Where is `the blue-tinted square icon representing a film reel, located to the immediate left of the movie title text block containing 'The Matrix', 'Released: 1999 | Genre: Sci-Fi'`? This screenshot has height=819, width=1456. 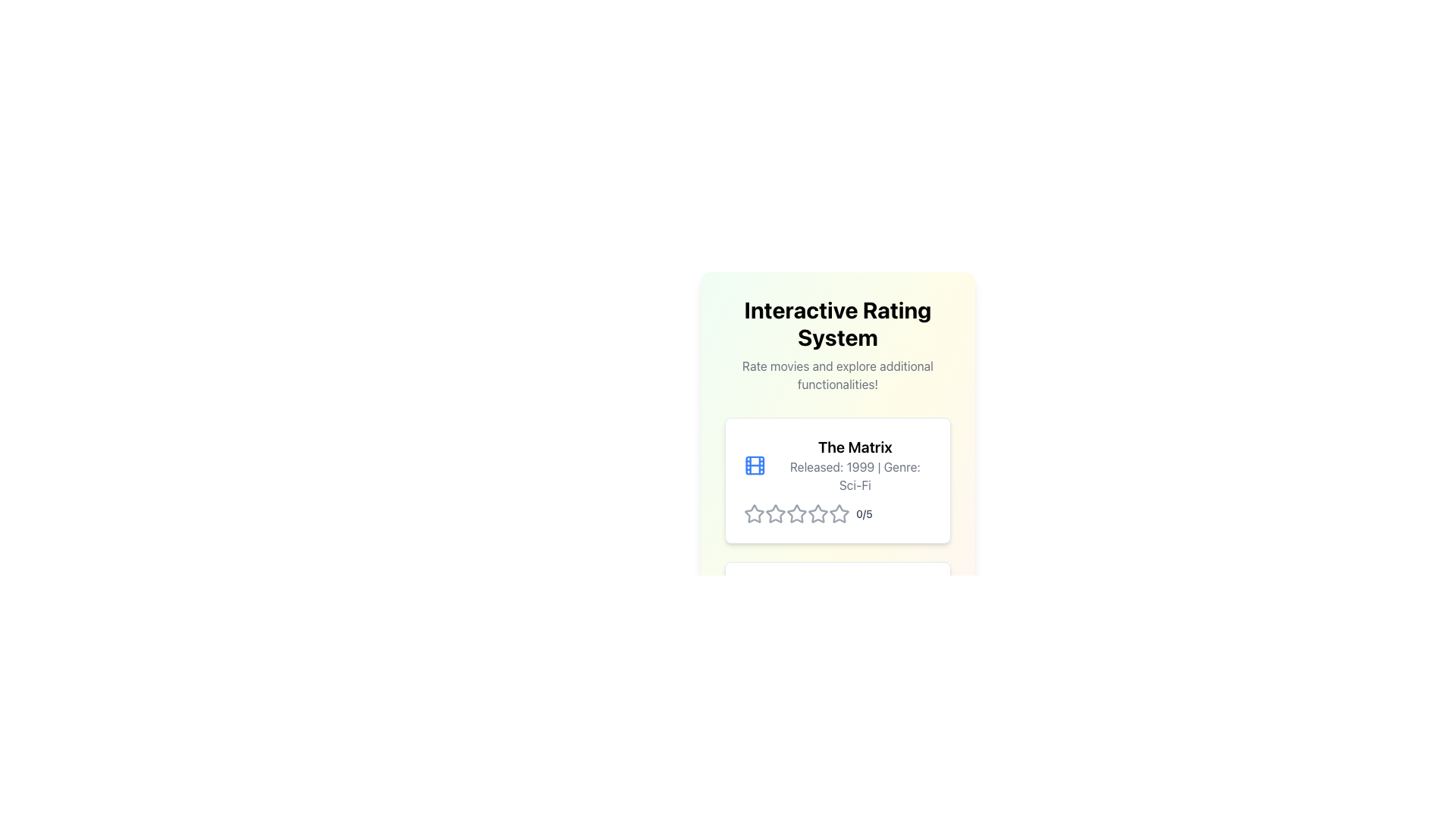 the blue-tinted square icon representing a film reel, located to the immediate left of the movie title text block containing 'The Matrix', 'Released: 1999 | Genre: Sci-Fi' is located at coordinates (755, 464).